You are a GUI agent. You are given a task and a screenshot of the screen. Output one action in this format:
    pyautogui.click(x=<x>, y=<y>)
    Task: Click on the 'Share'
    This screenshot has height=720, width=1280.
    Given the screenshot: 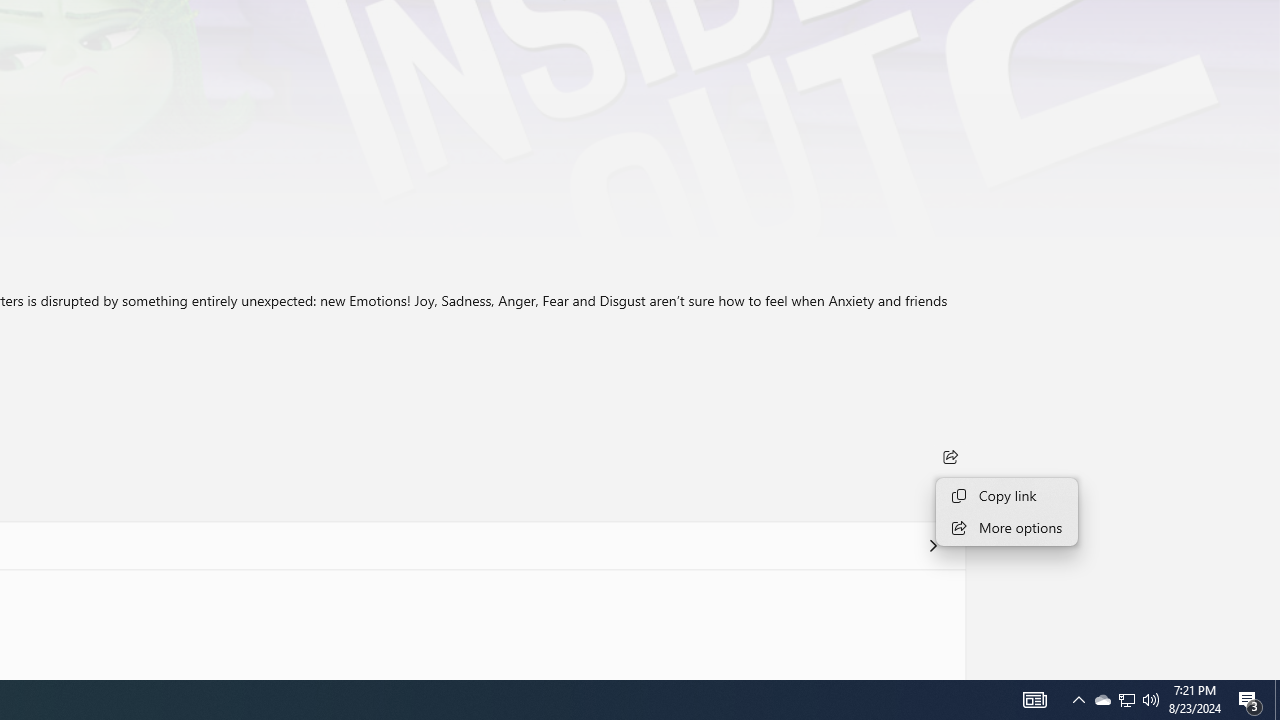 What is the action you would take?
    pyautogui.click(x=949, y=456)
    